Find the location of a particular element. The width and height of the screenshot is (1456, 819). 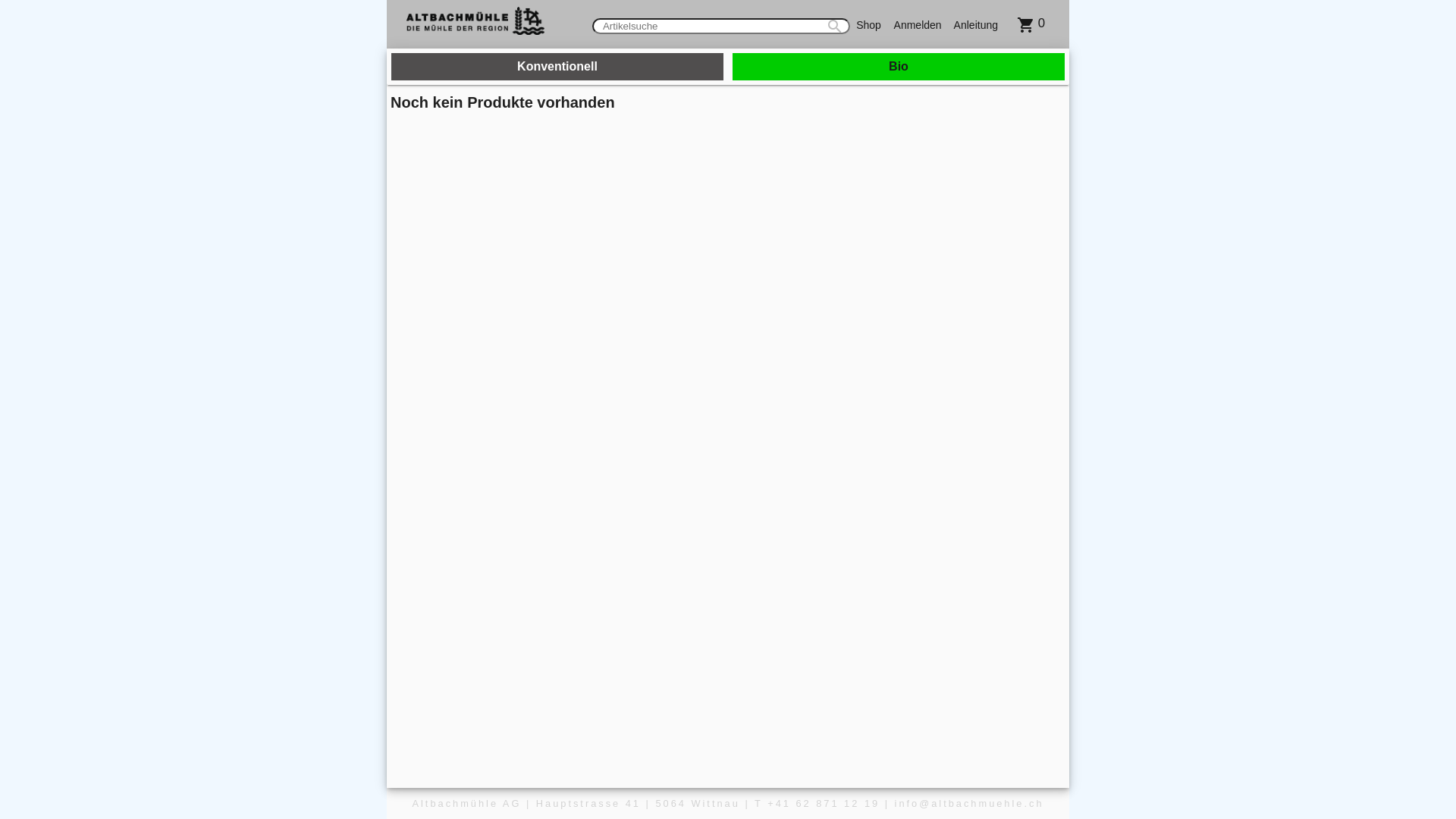

'Shop' is located at coordinates (850, 24).